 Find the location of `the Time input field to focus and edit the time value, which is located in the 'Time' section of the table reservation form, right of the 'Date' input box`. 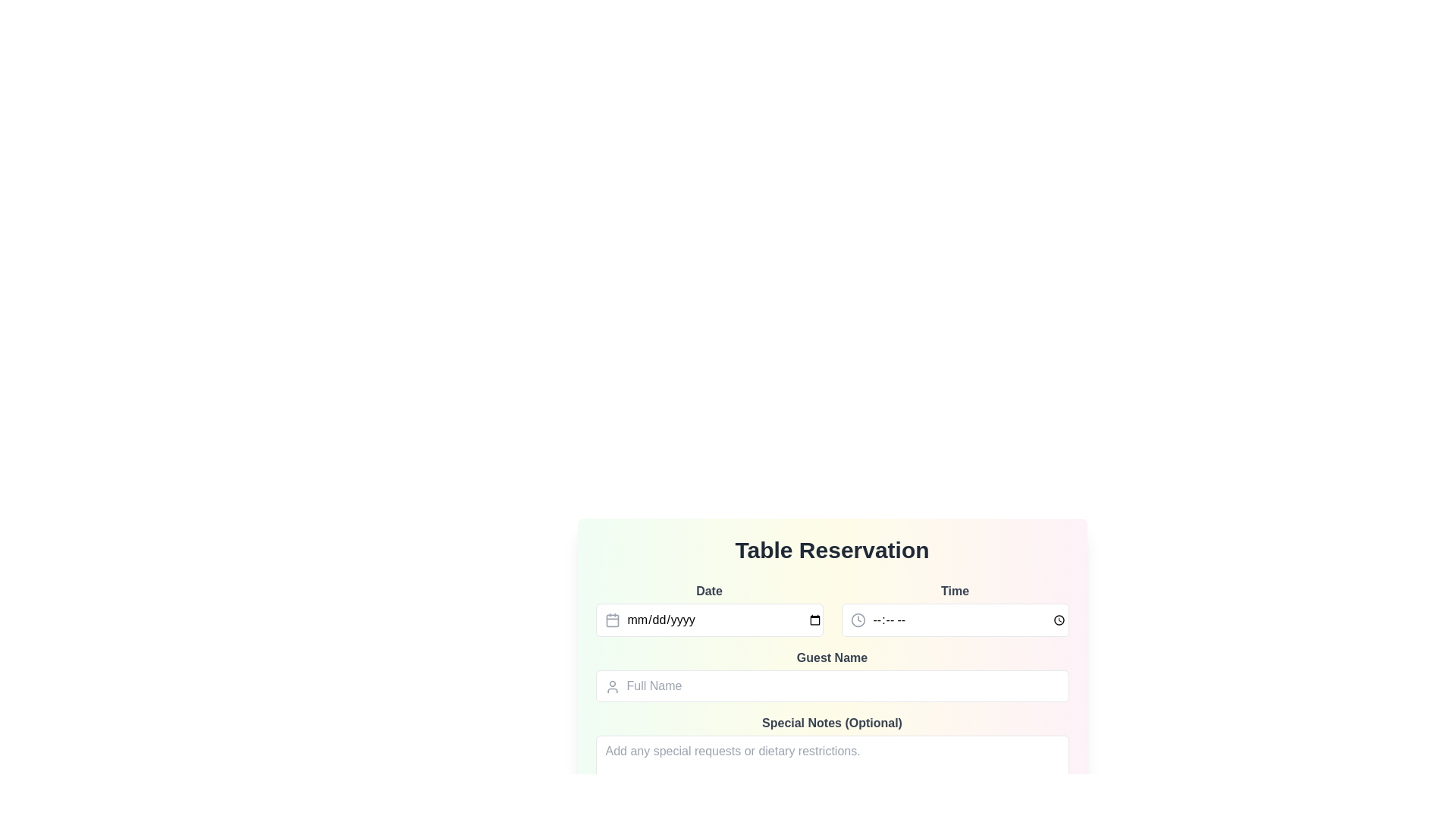

the Time input field to focus and edit the time value, which is located in the 'Time' section of the table reservation form, right of the 'Date' input box is located at coordinates (954, 620).